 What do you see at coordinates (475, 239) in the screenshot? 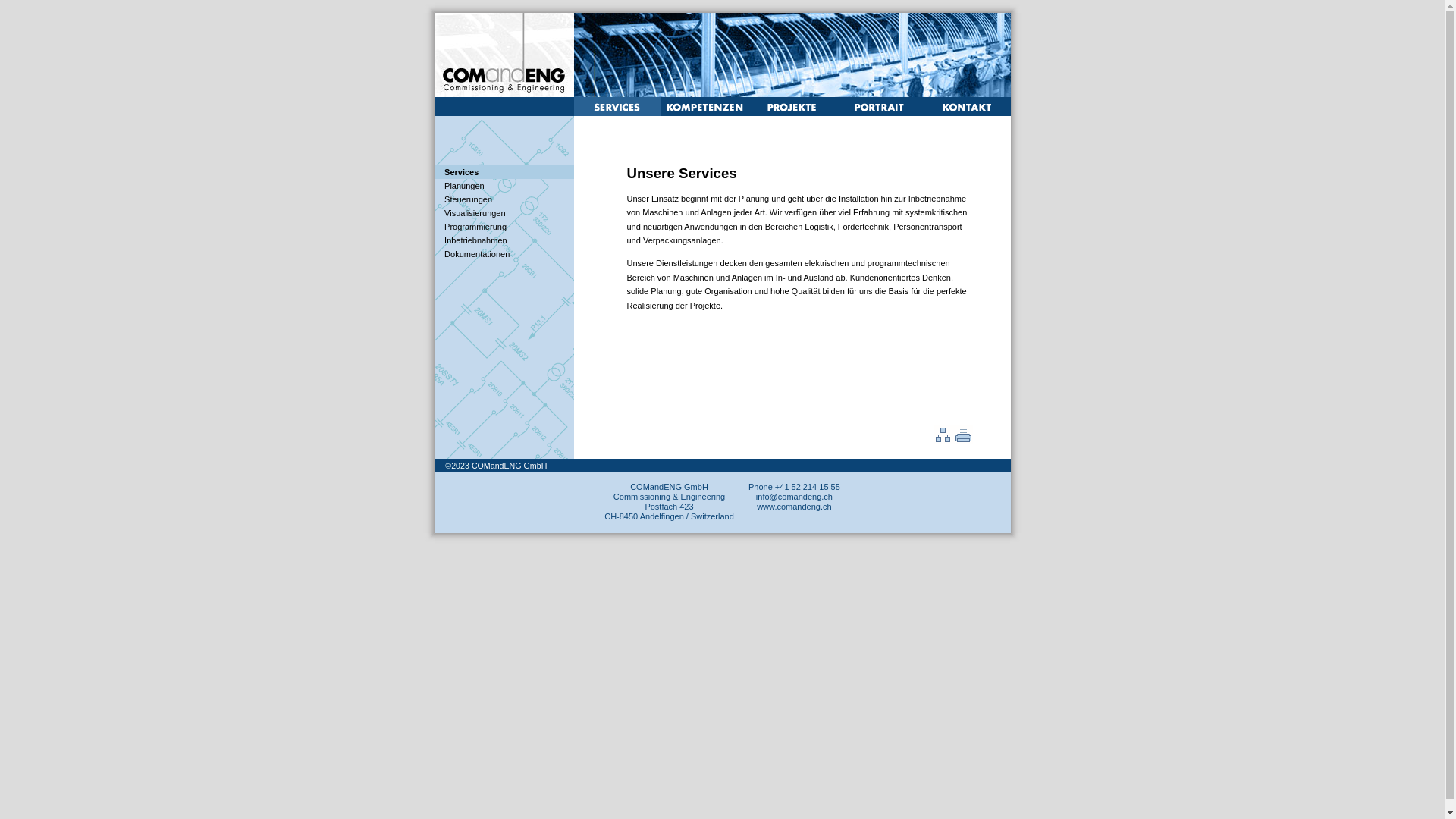
I see `'Inbetriebnahmen'` at bounding box center [475, 239].